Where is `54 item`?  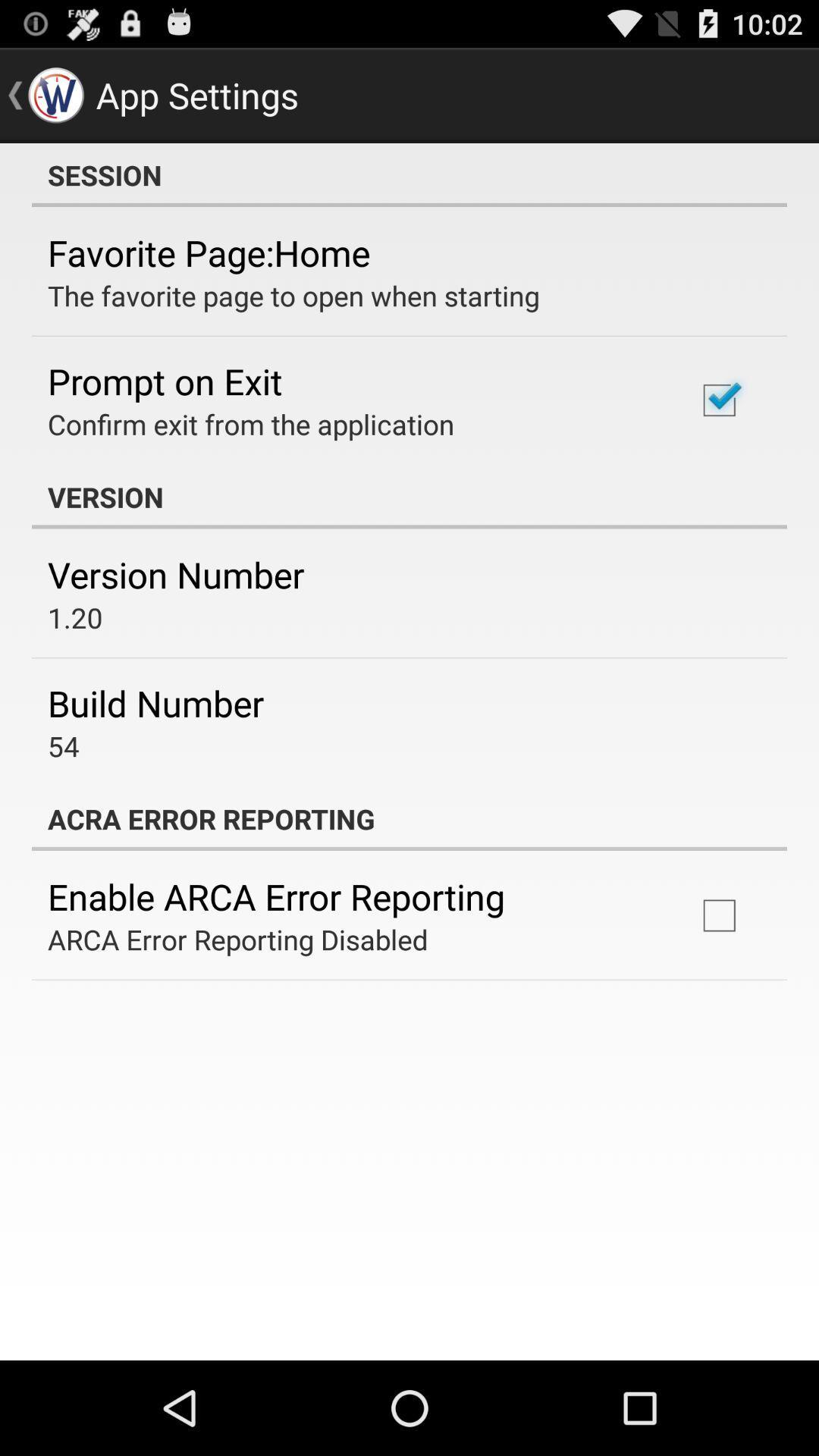 54 item is located at coordinates (63, 745).